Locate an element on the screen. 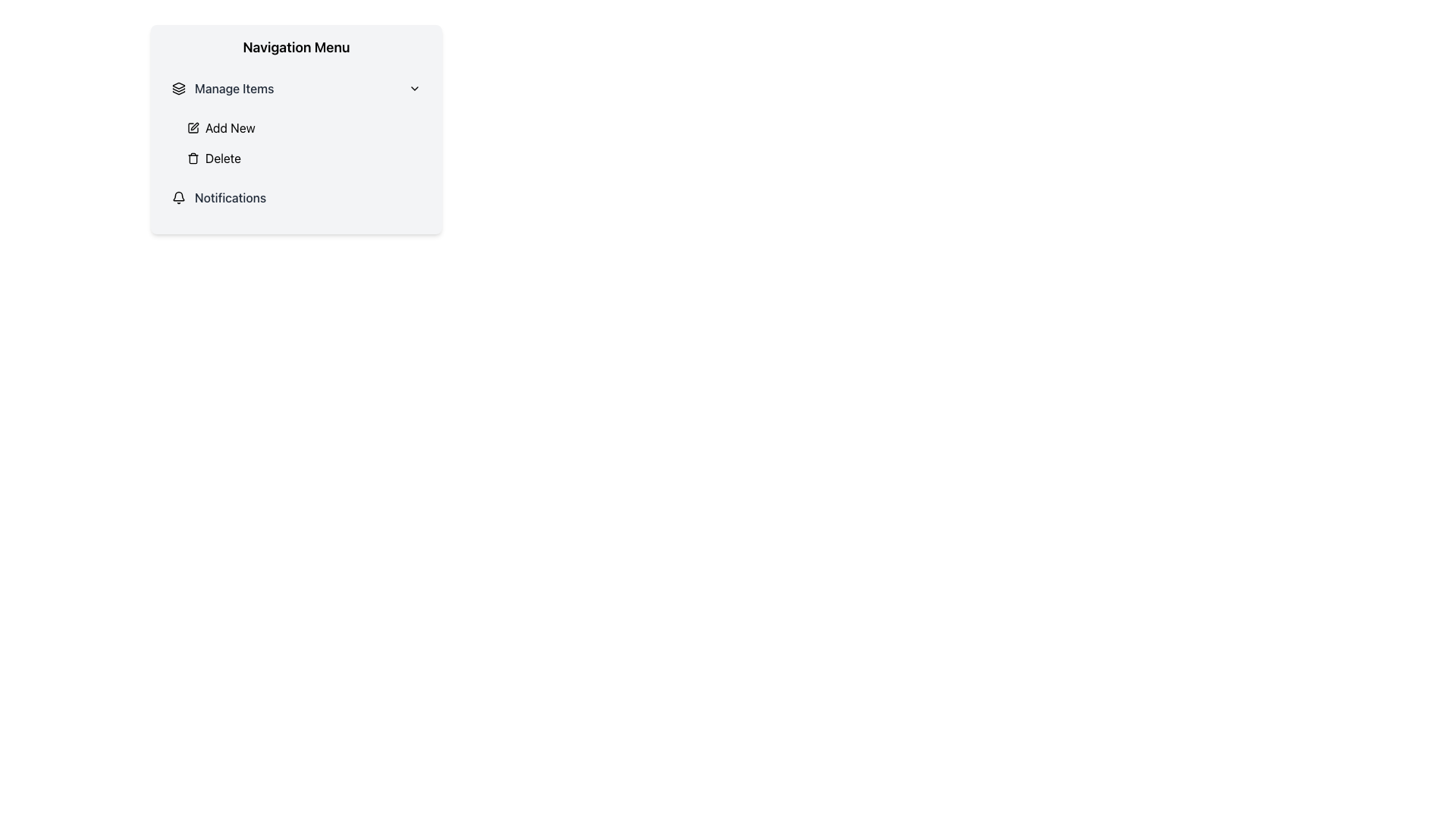 This screenshot has height=819, width=1456. the angular geometric icon that represents layers or stacked items, located in the 'Manage Items' section of the navigation menu, adjacent to the 'Manage Items' label is located at coordinates (178, 86).